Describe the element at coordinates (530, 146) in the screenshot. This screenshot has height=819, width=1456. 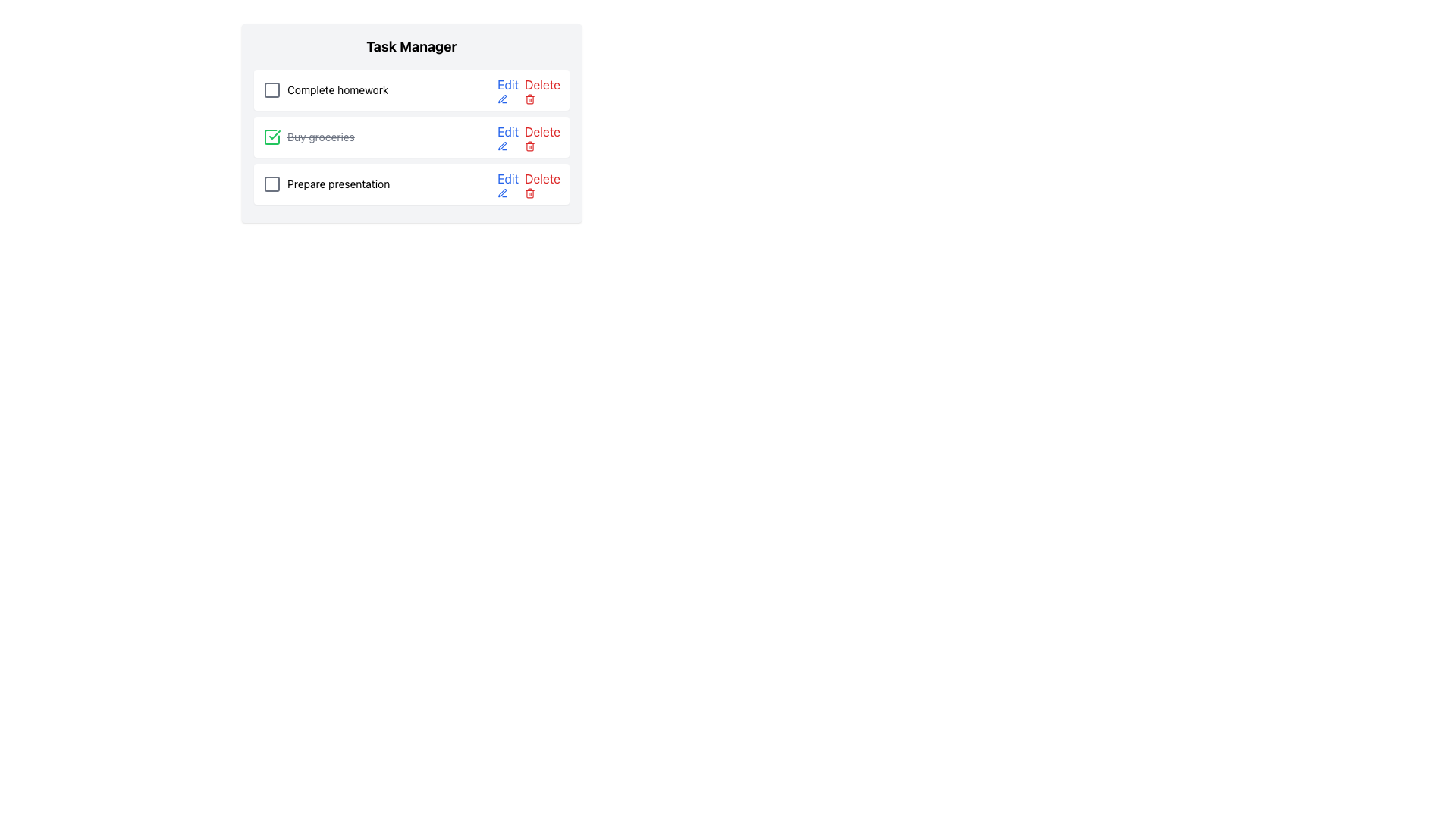
I see `the delete icon located in the second row next to the text 'Delete' for the task 'Buy groceries'` at that location.